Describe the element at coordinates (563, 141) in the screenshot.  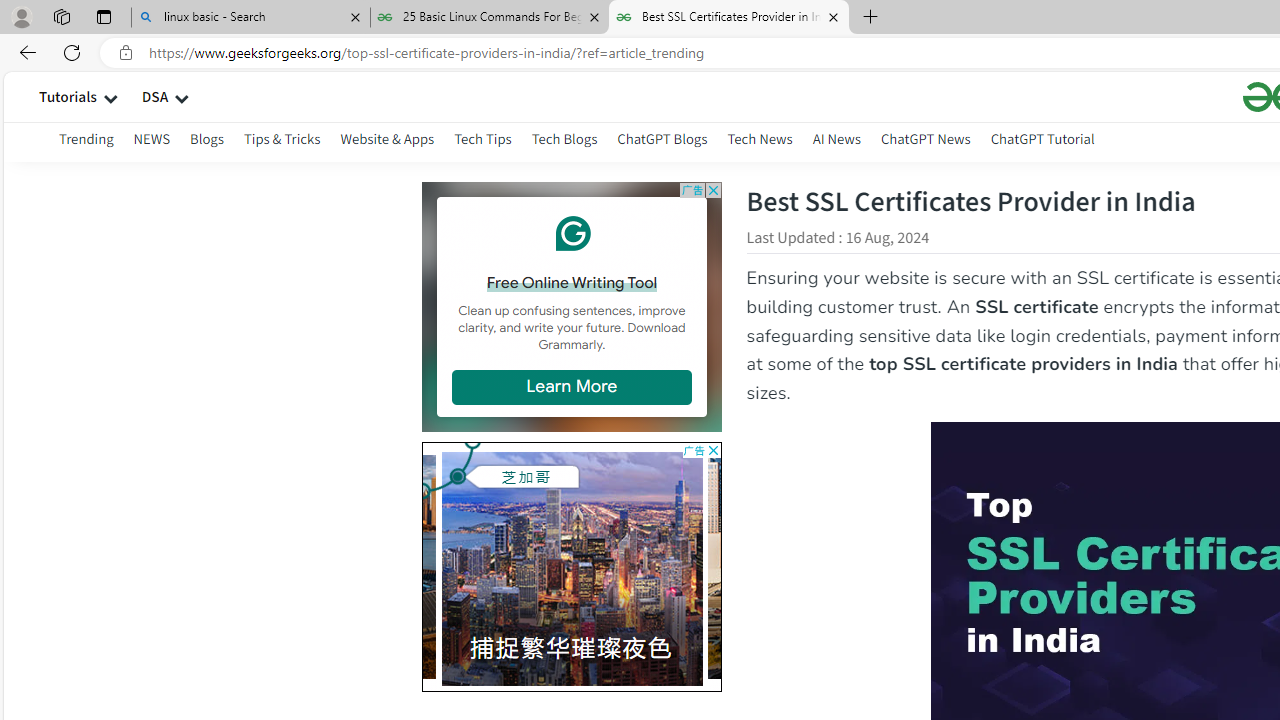
I see `'Tech Blogs'` at that location.